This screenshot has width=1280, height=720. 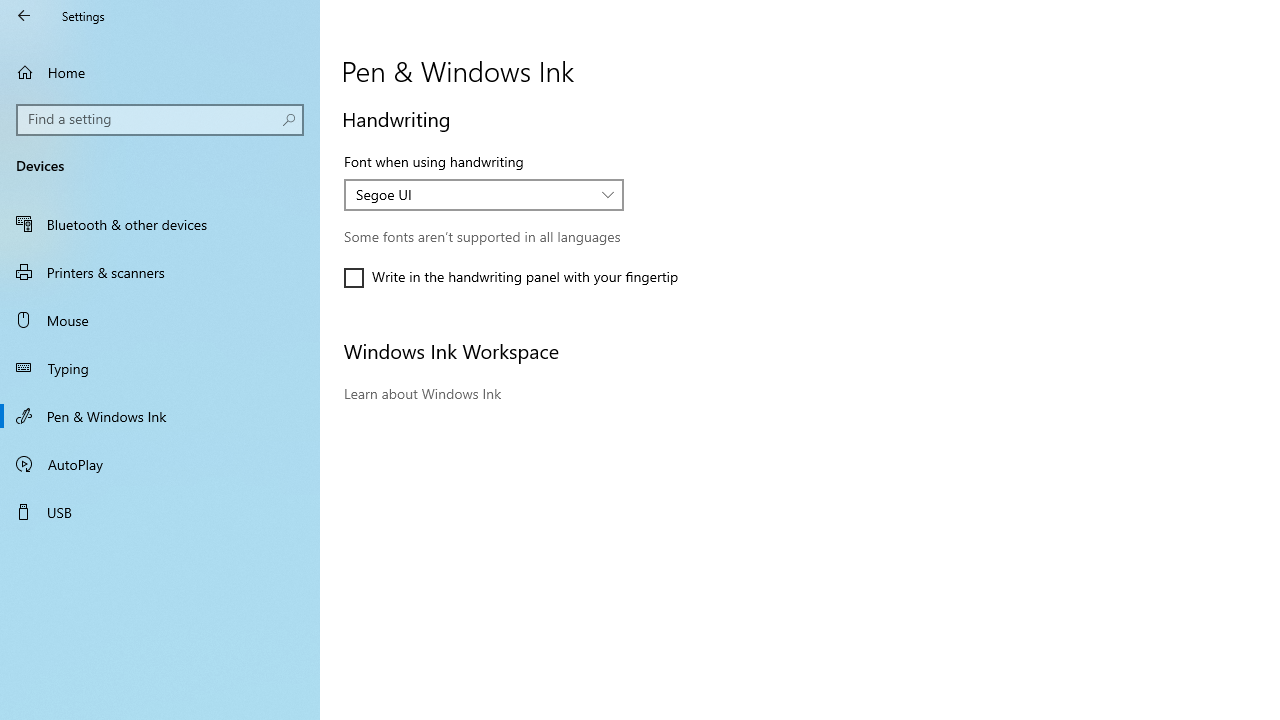 What do you see at coordinates (484, 195) in the screenshot?
I see `'Font when using handwriting'` at bounding box center [484, 195].